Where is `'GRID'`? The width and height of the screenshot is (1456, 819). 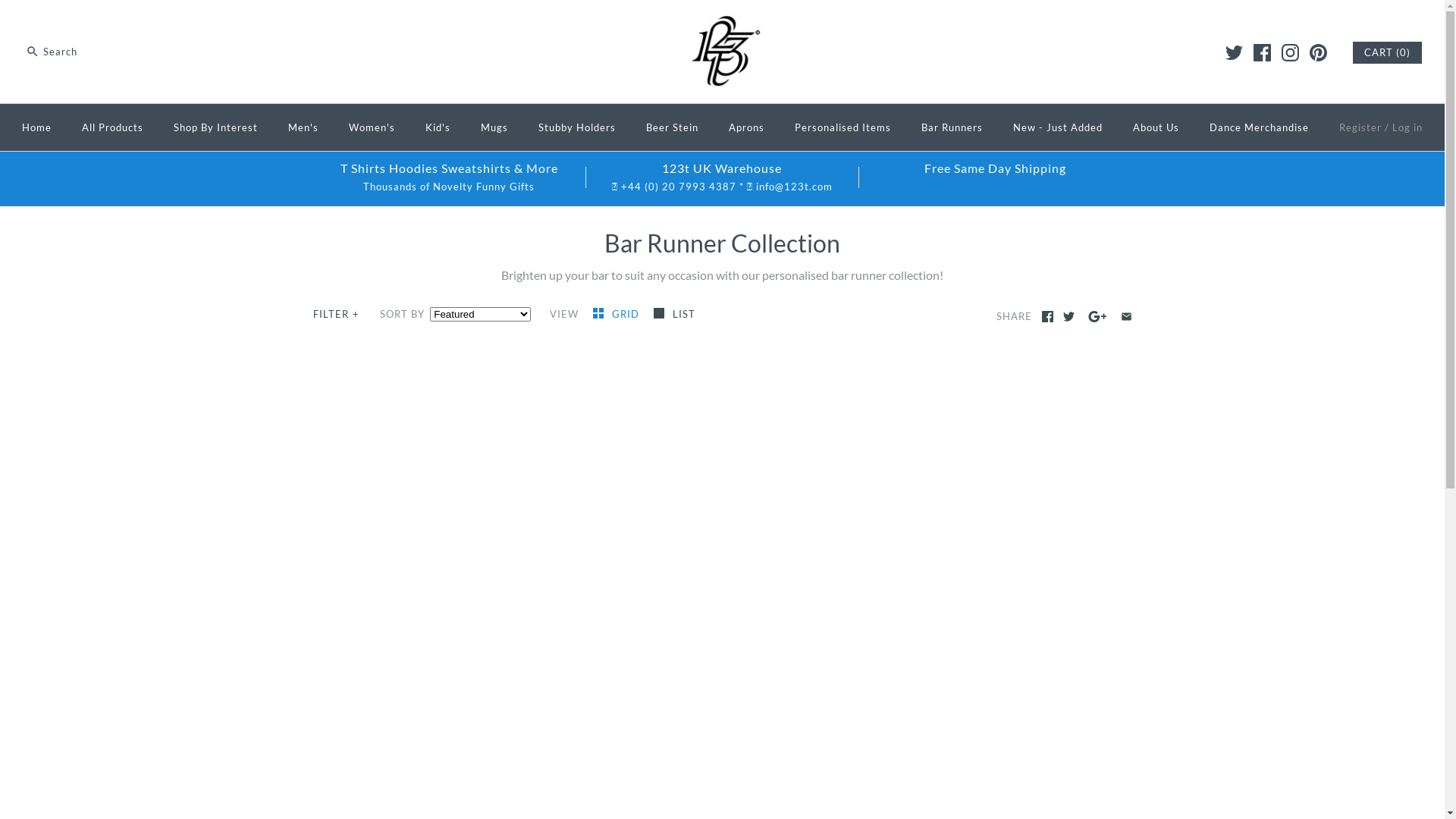
'GRID' is located at coordinates (617, 312).